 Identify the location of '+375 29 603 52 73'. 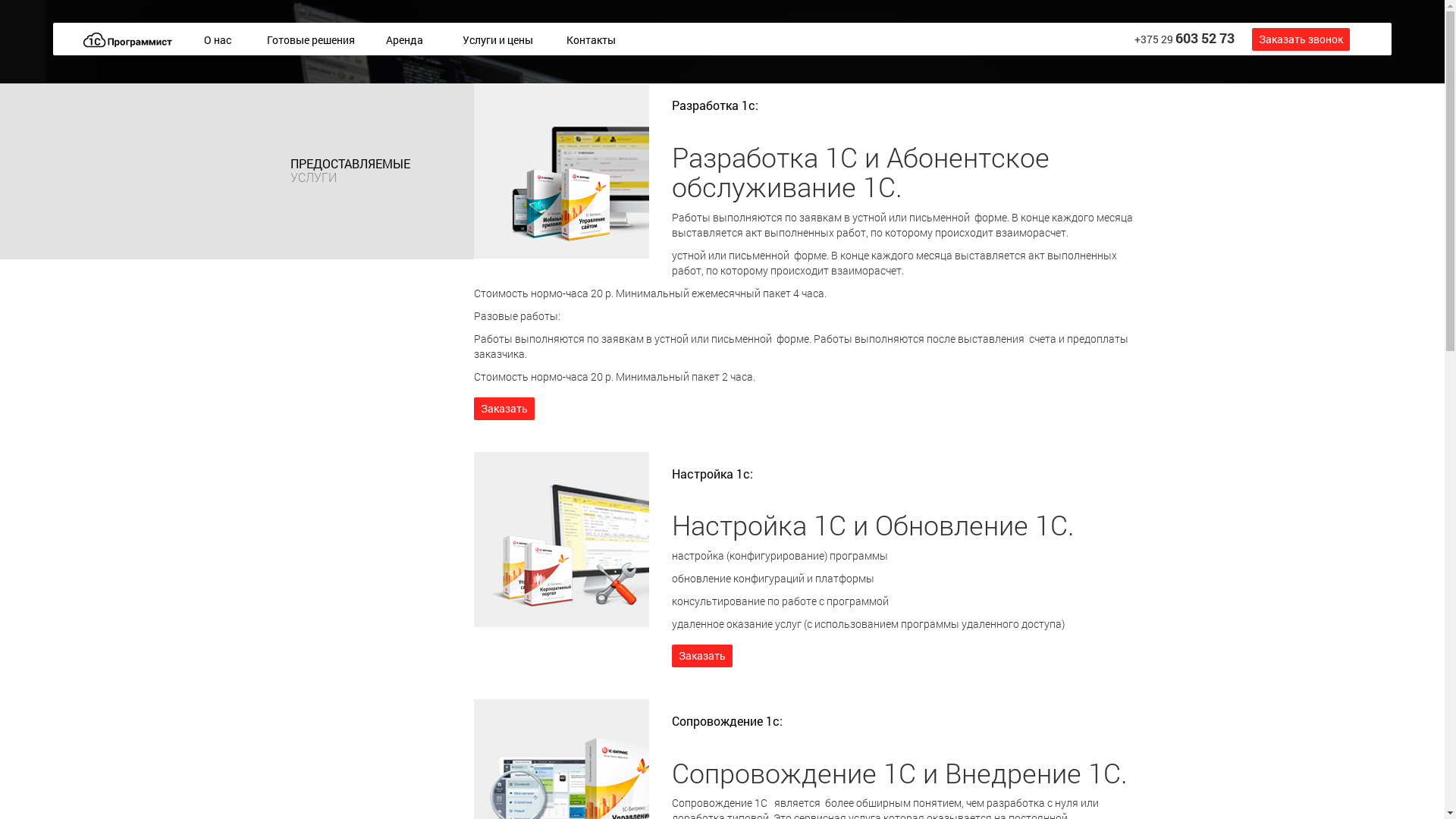
(1183, 37).